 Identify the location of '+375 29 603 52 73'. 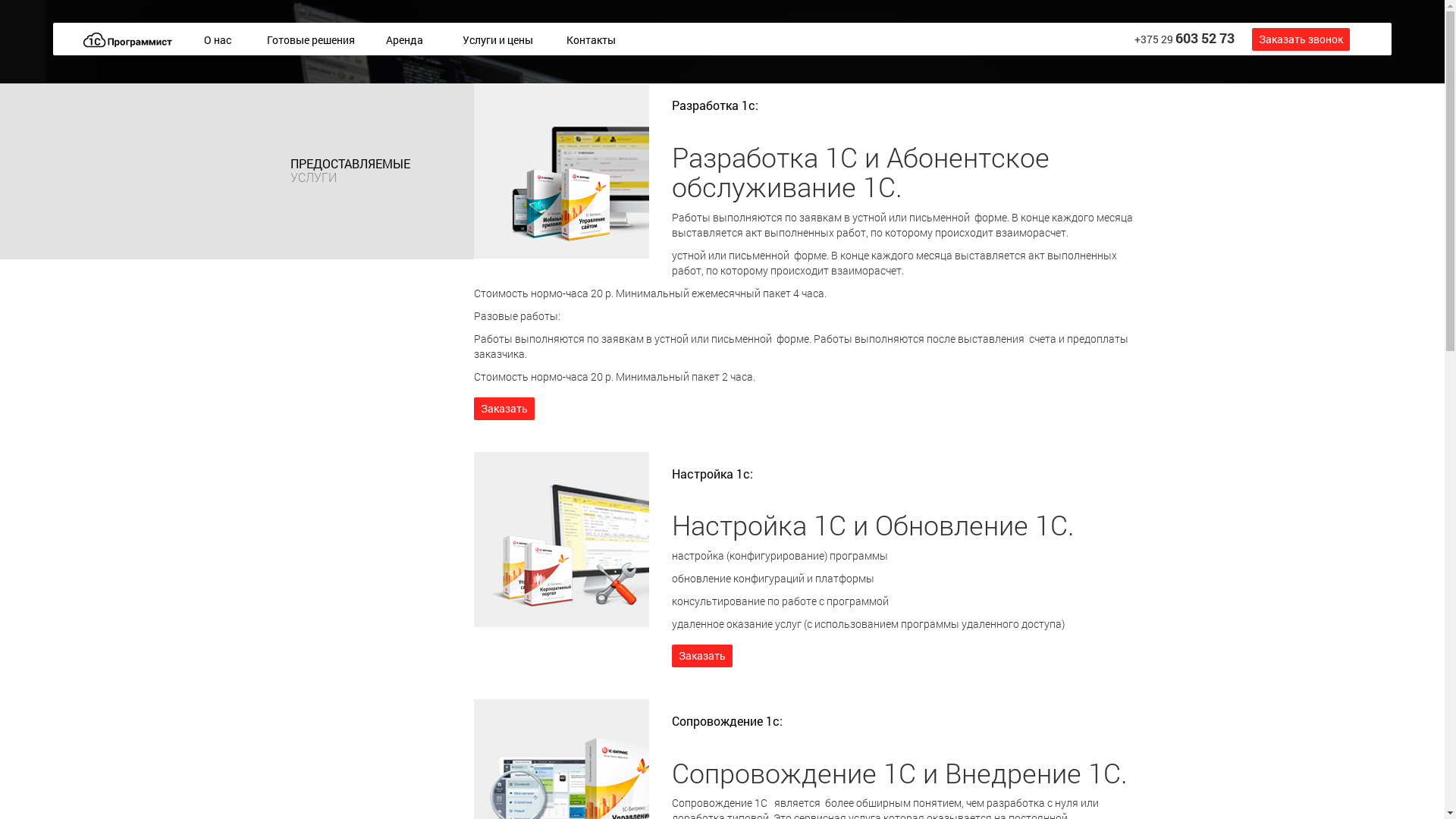
(1183, 37).